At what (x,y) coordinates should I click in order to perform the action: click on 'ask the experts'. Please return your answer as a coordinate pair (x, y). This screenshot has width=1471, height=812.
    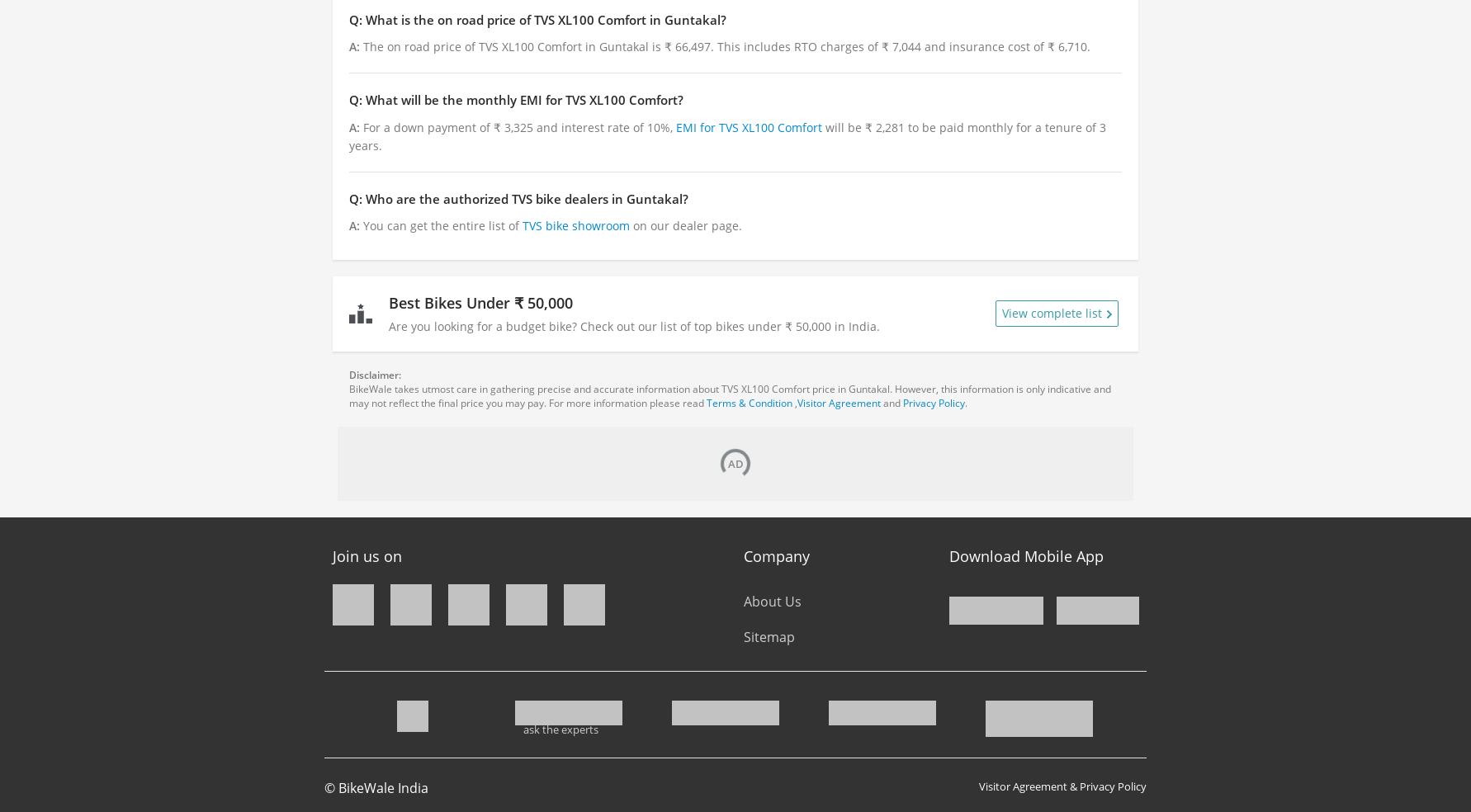
    Looking at the image, I should click on (523, 729).